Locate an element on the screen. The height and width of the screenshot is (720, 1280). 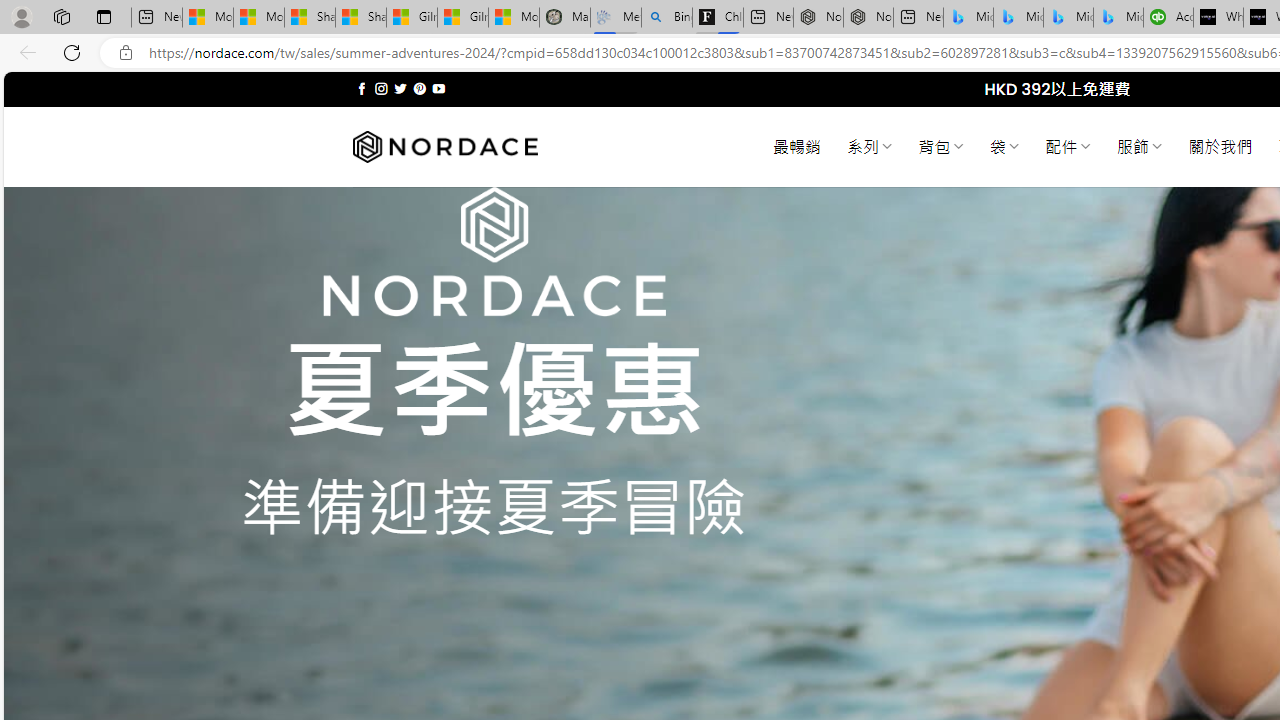
'Gilma and Hector both pose tropical trouble for Hawaii' is located at coordinates (461, 17).